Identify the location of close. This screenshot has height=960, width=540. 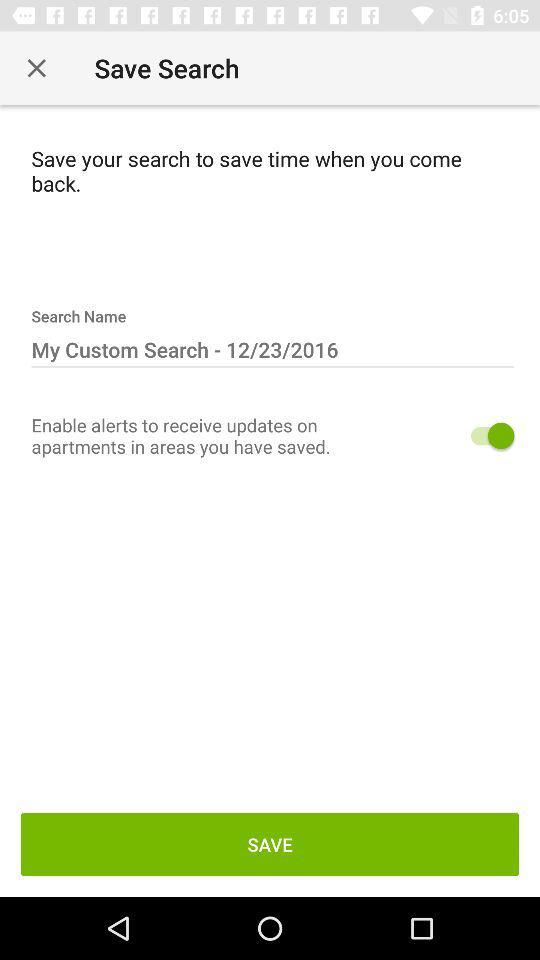
(36, 68).